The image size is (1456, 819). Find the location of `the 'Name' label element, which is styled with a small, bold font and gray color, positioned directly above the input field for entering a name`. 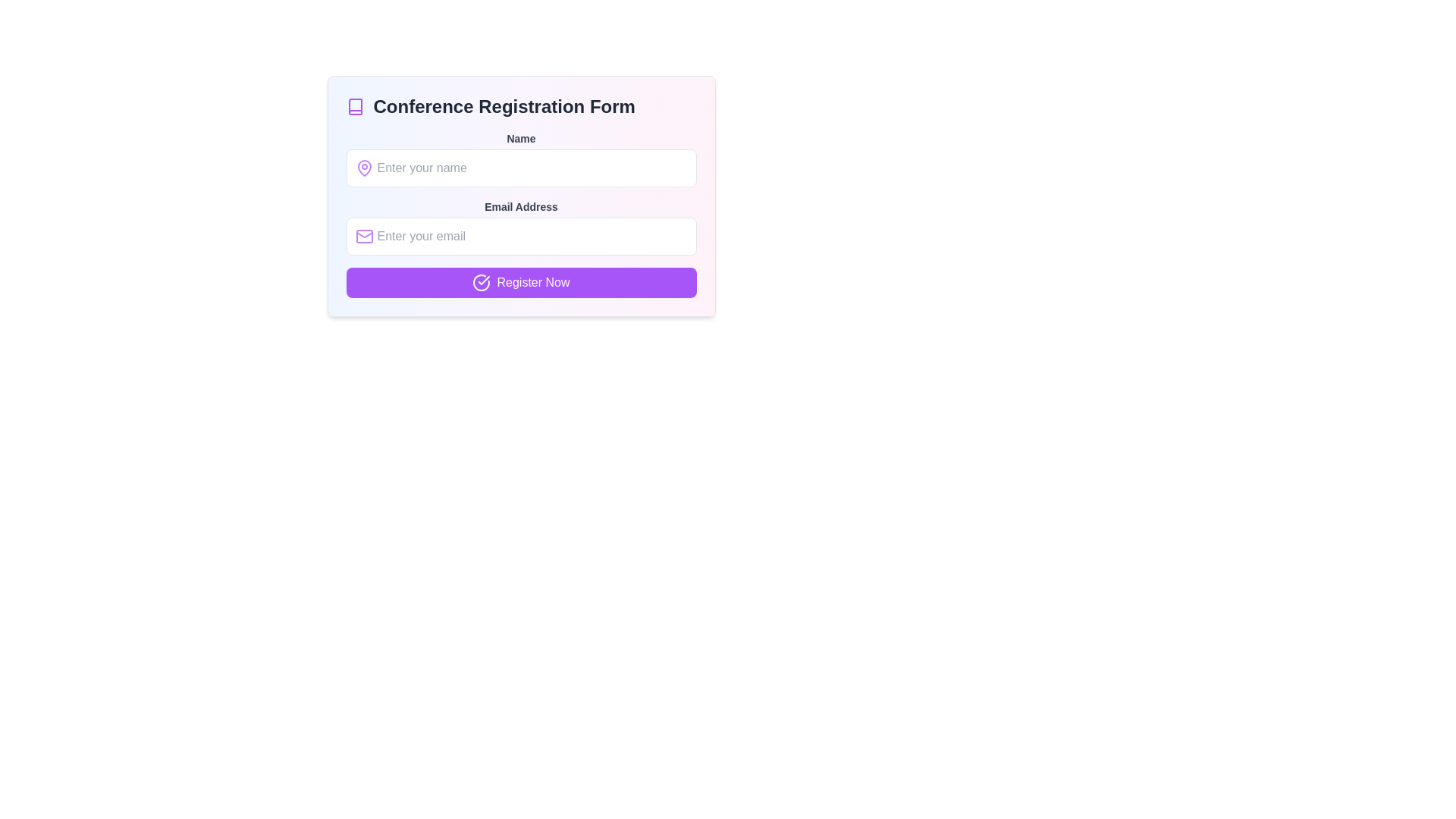

the 'Name' label element, which is styled with a small, bold font and gray color, positioned directly above the input field for entering a name is located at coordinates (521, 138).